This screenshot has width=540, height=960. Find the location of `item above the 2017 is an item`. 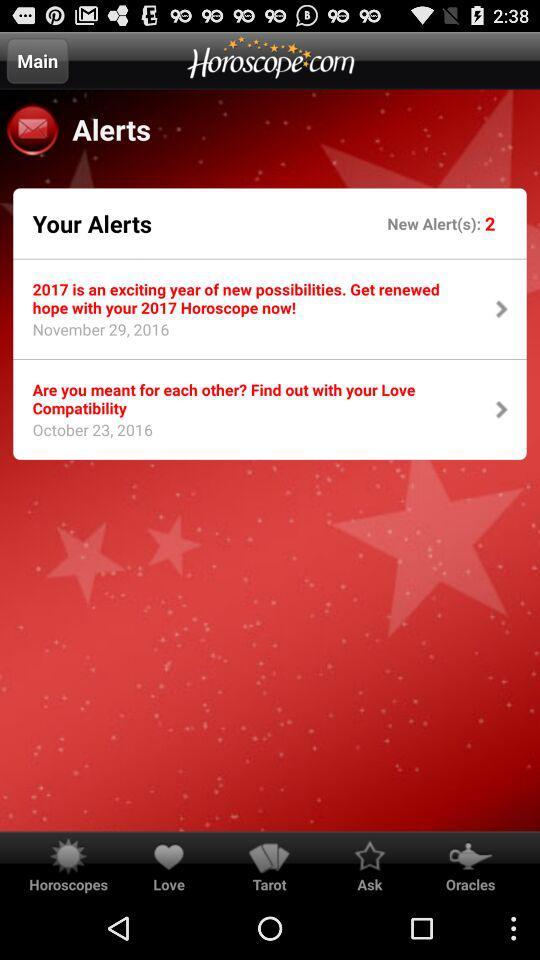

item above the 2017 is an item is located at coordinates (91, 223).